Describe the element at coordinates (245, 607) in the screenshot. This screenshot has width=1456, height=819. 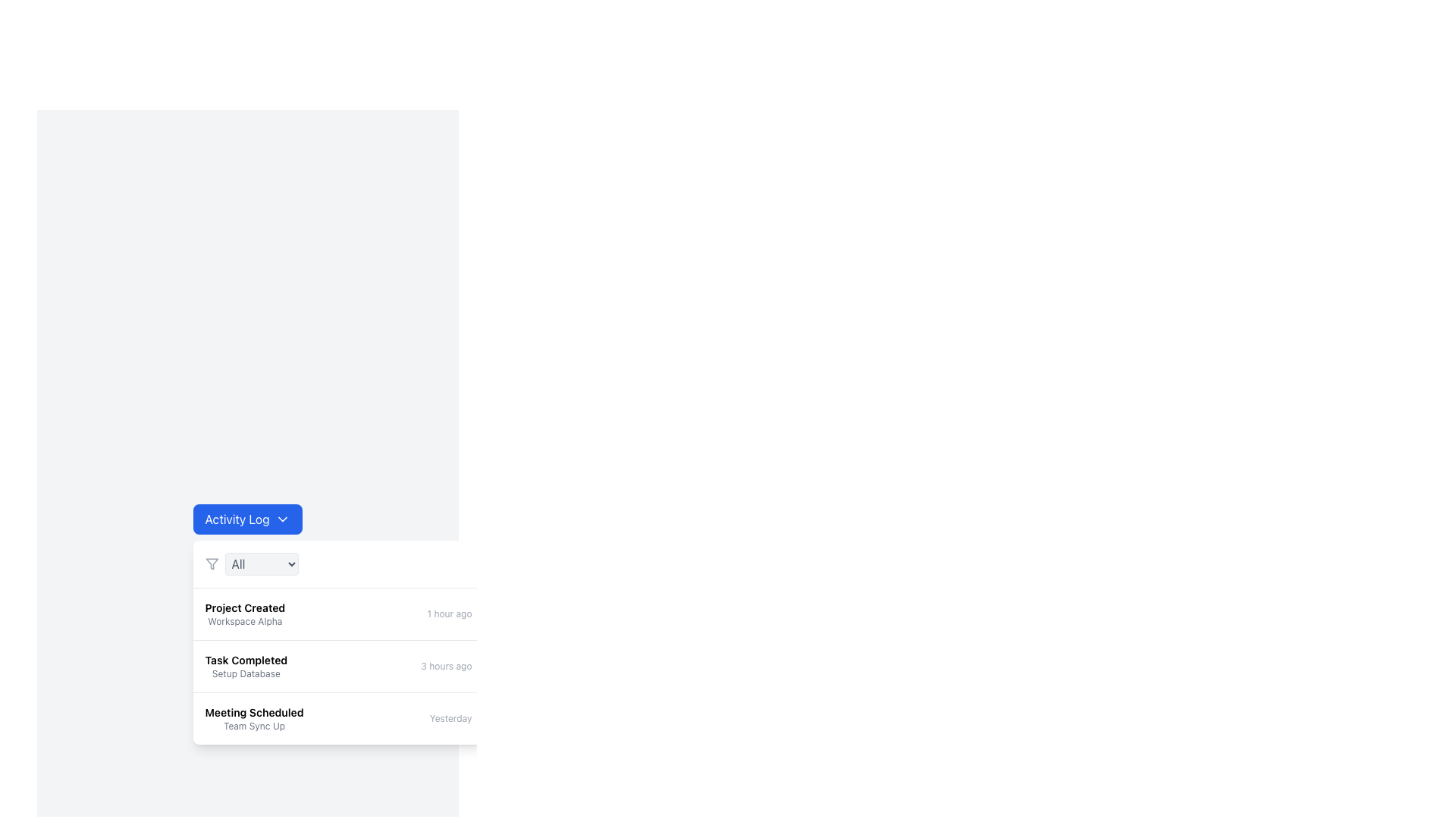
I see `the text label reading 'Project Created' that is styled in bold and larger font, located in the Activity Log section, above the smaller grayed description 'Workspace Alpha'` at that location.